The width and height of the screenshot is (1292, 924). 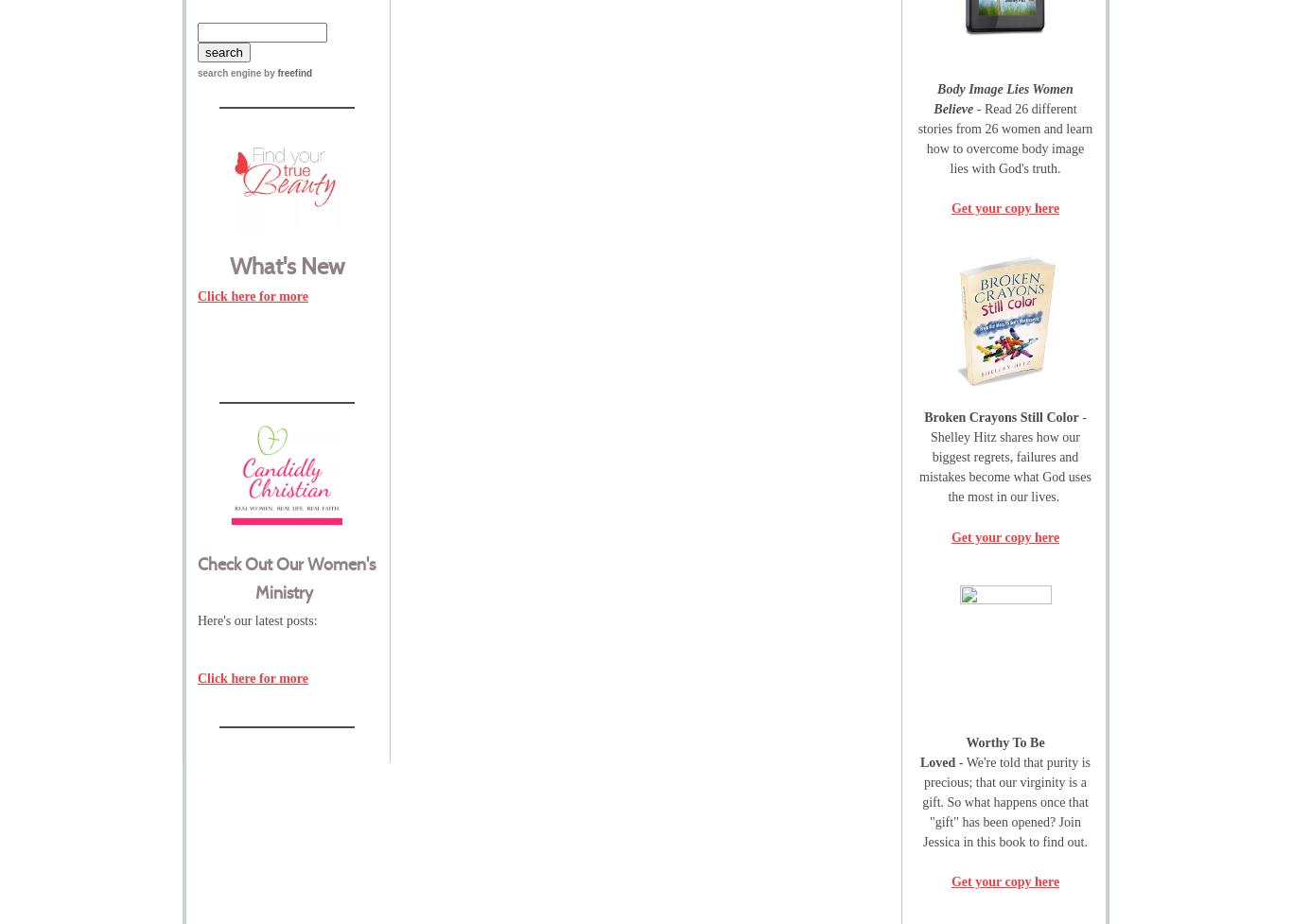 I want to click on '- Read 26 different stories from 26 women and learn how to overcome body image lies with God's truth.', so click(x=1004, y=137).